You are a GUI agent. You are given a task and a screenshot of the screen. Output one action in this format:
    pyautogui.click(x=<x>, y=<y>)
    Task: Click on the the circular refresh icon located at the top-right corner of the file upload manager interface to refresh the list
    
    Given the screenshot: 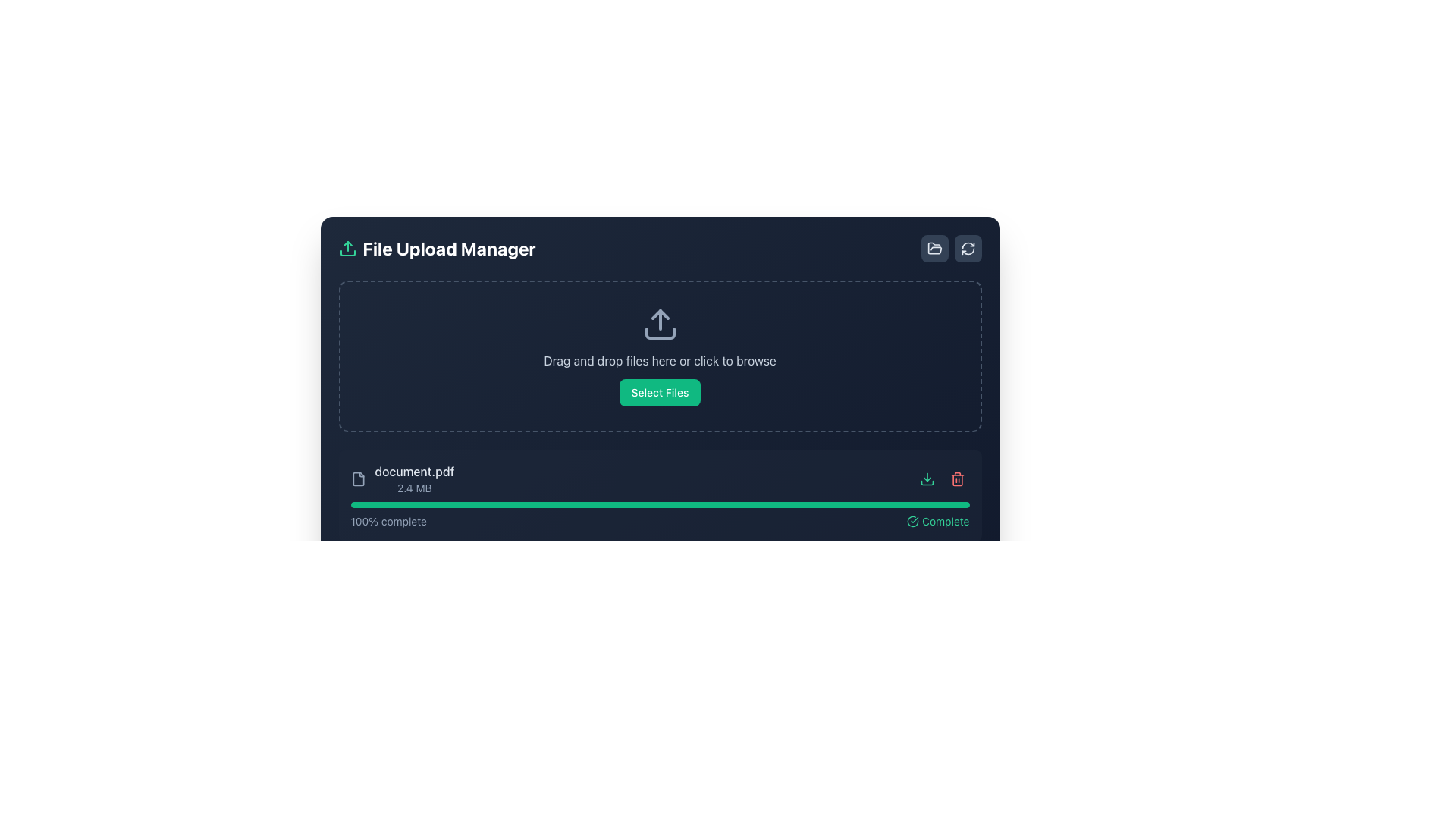 What is the action you would take?
    pyautogui.click(x=967, y=247)
    